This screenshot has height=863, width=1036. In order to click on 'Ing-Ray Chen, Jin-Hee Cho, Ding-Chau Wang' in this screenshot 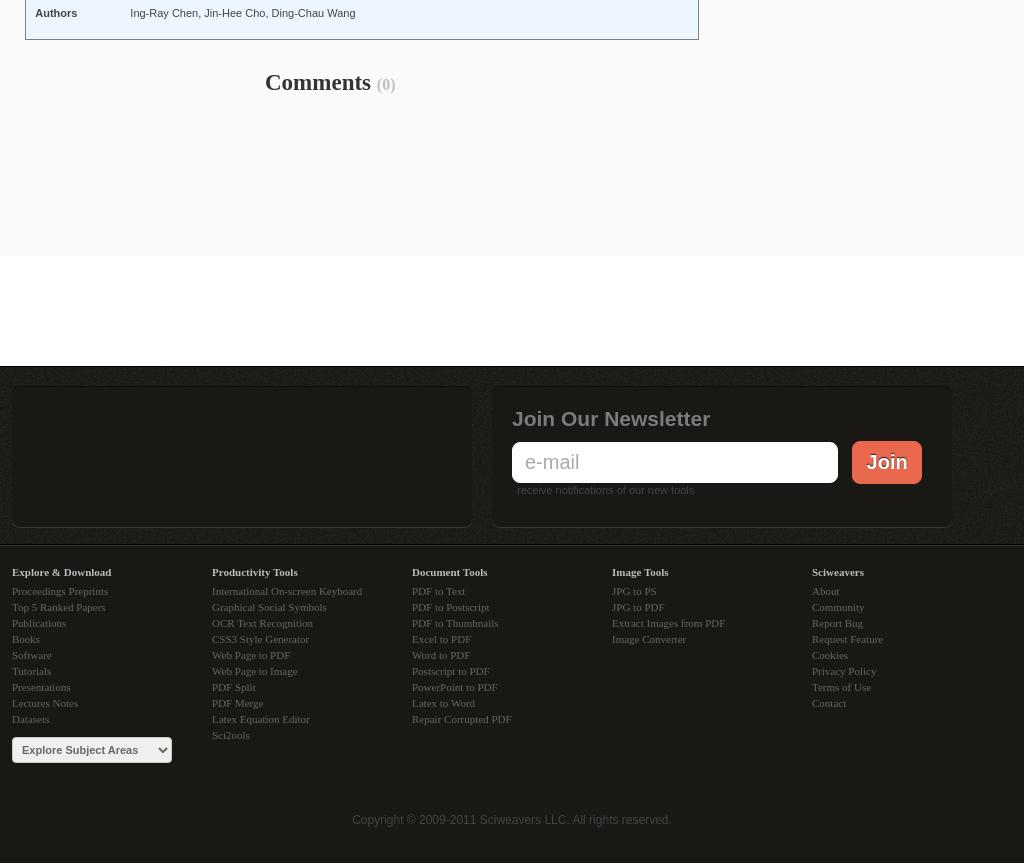, I will do `click(242, 13)`.